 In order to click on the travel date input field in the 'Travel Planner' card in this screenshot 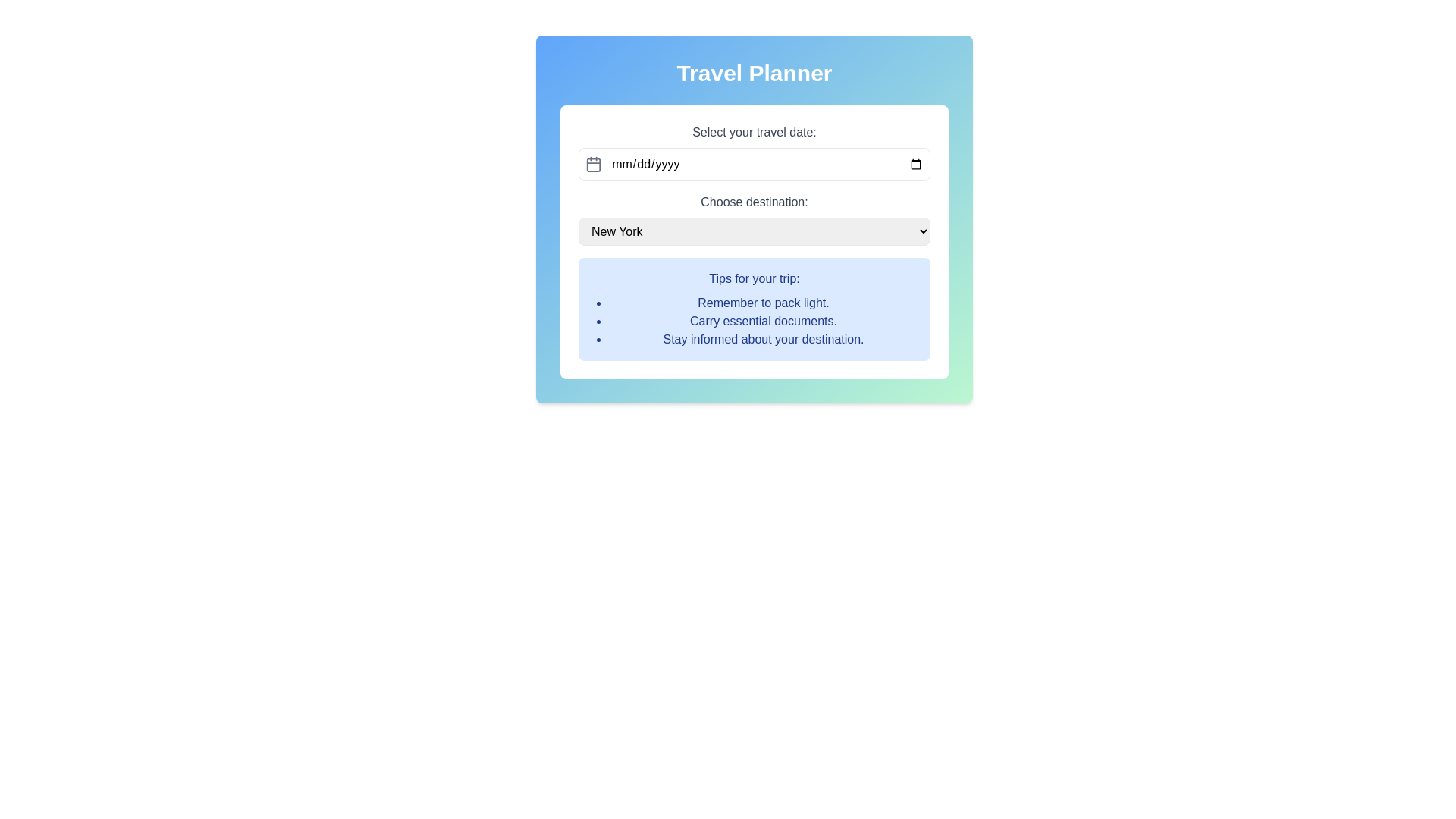, I will do `click(754, 152)`.